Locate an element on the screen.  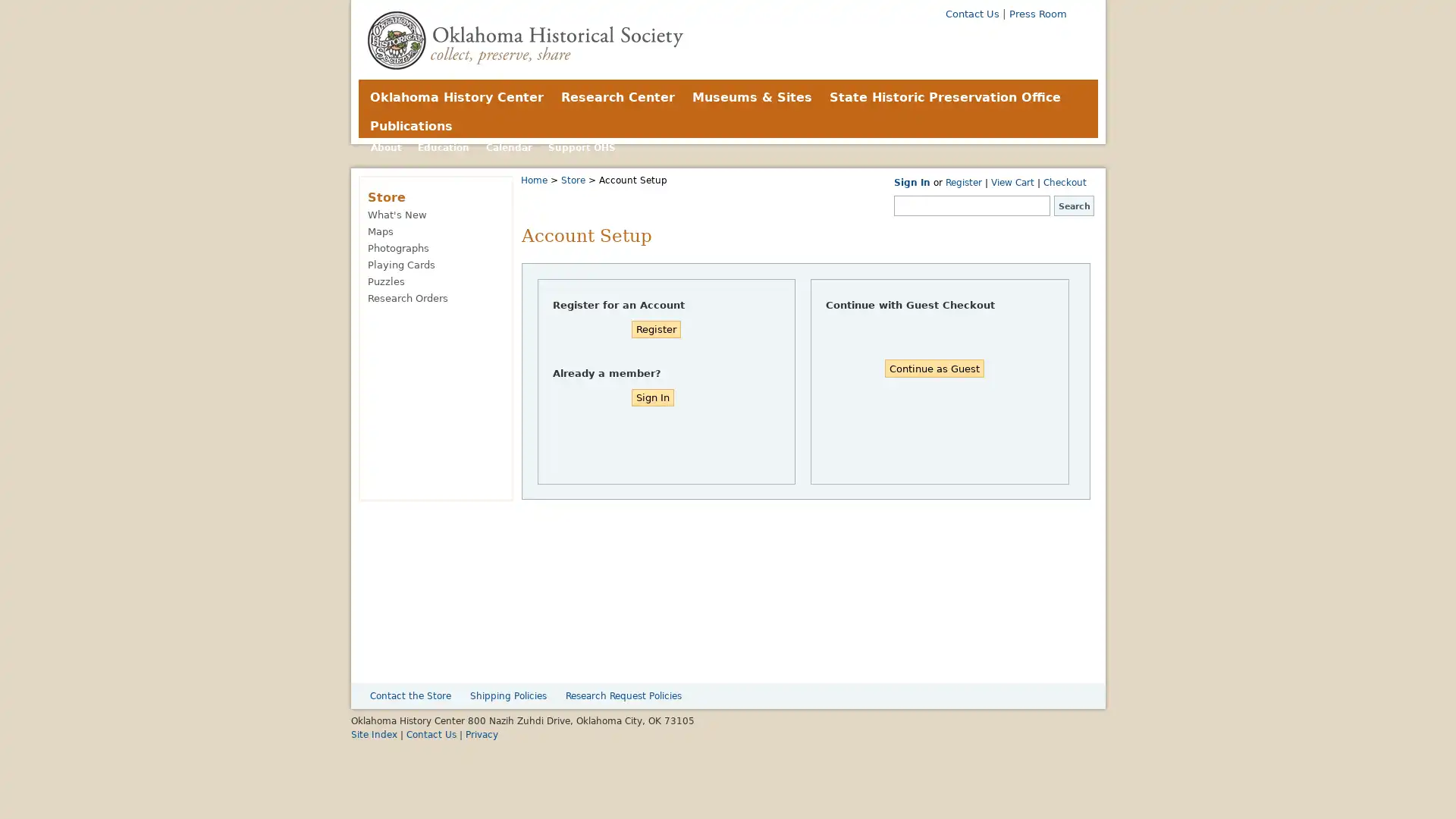
Search is located at coordinates (1072, 206).